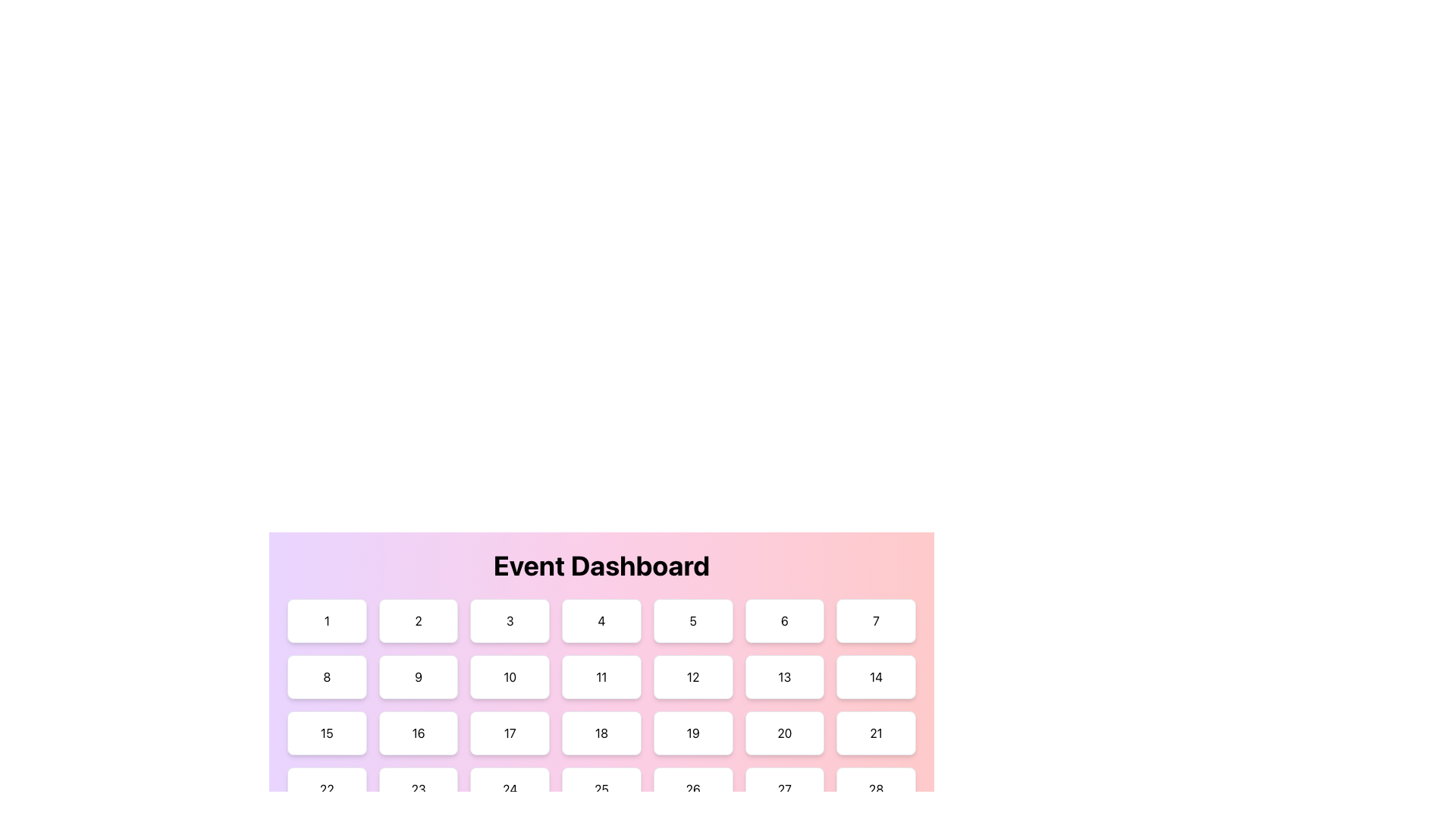  I want to click on the button located in the first column of the fourth row within the grid under the 'Event Dashboard' heading, so click(326, 789).